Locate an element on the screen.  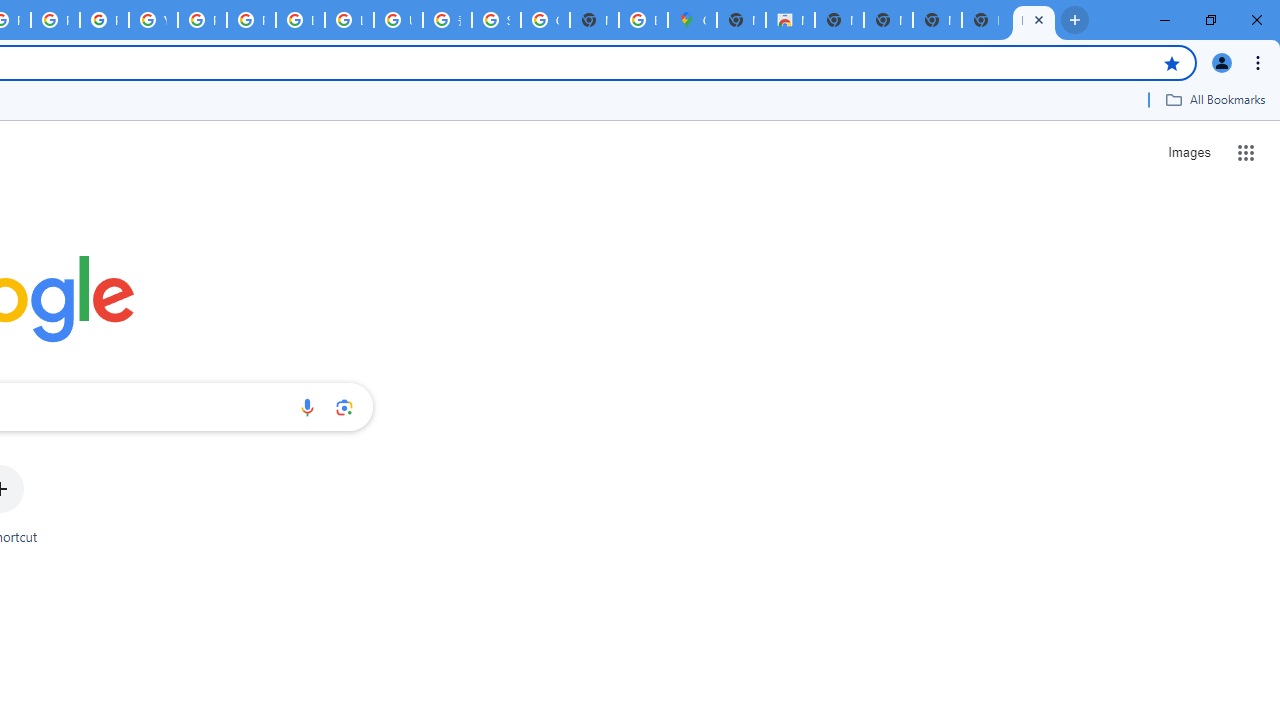
'Google Maps' is located at coordinates (692, 20).